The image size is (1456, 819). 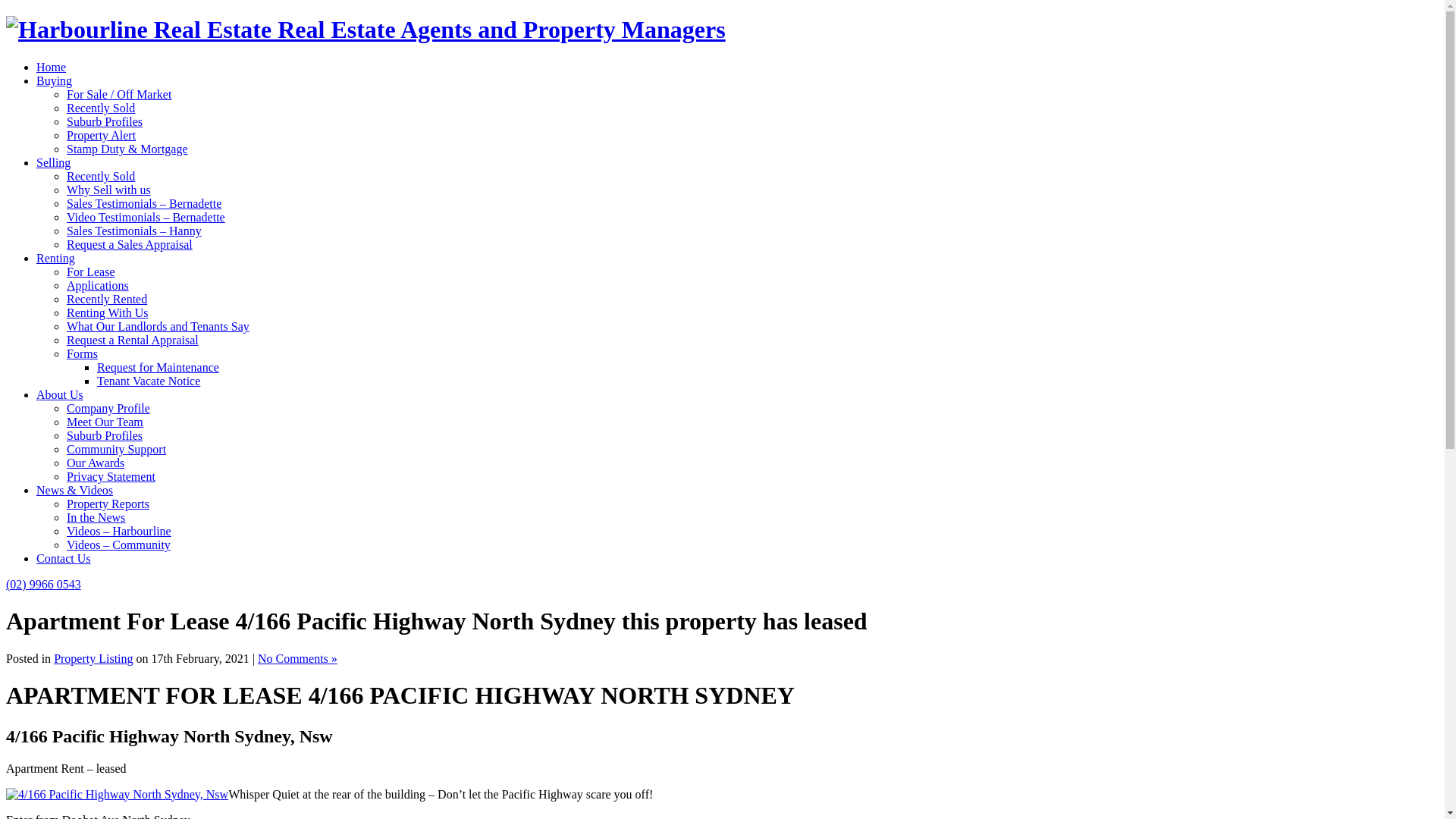 I want to click on '4/166 Pacific Highway North Sydney, Nsw', so click(x=116, y=793).